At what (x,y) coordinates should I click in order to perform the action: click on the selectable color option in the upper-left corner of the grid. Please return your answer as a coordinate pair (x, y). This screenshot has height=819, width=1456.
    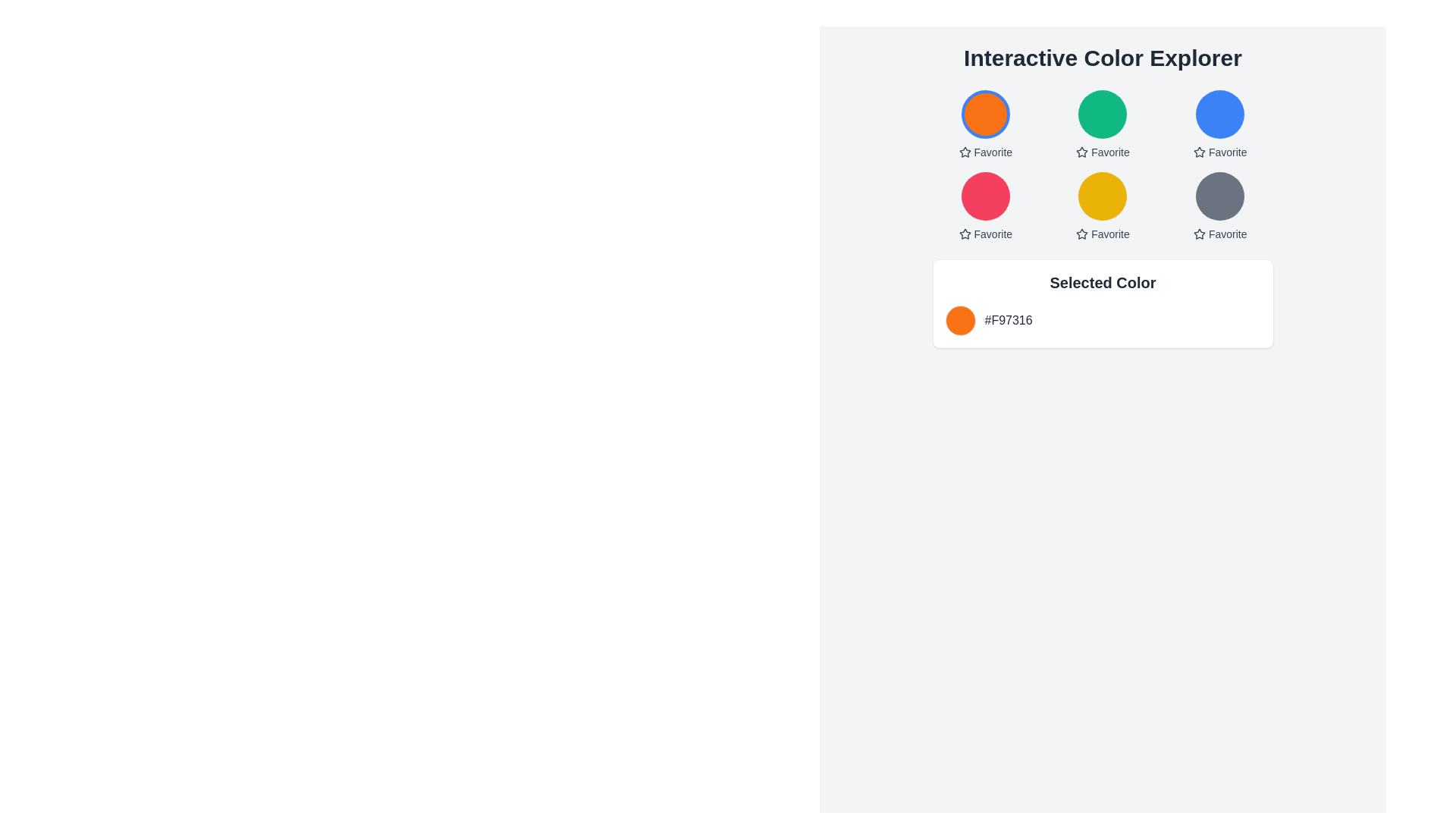
    Looking at the image, I should click on (985, 124).